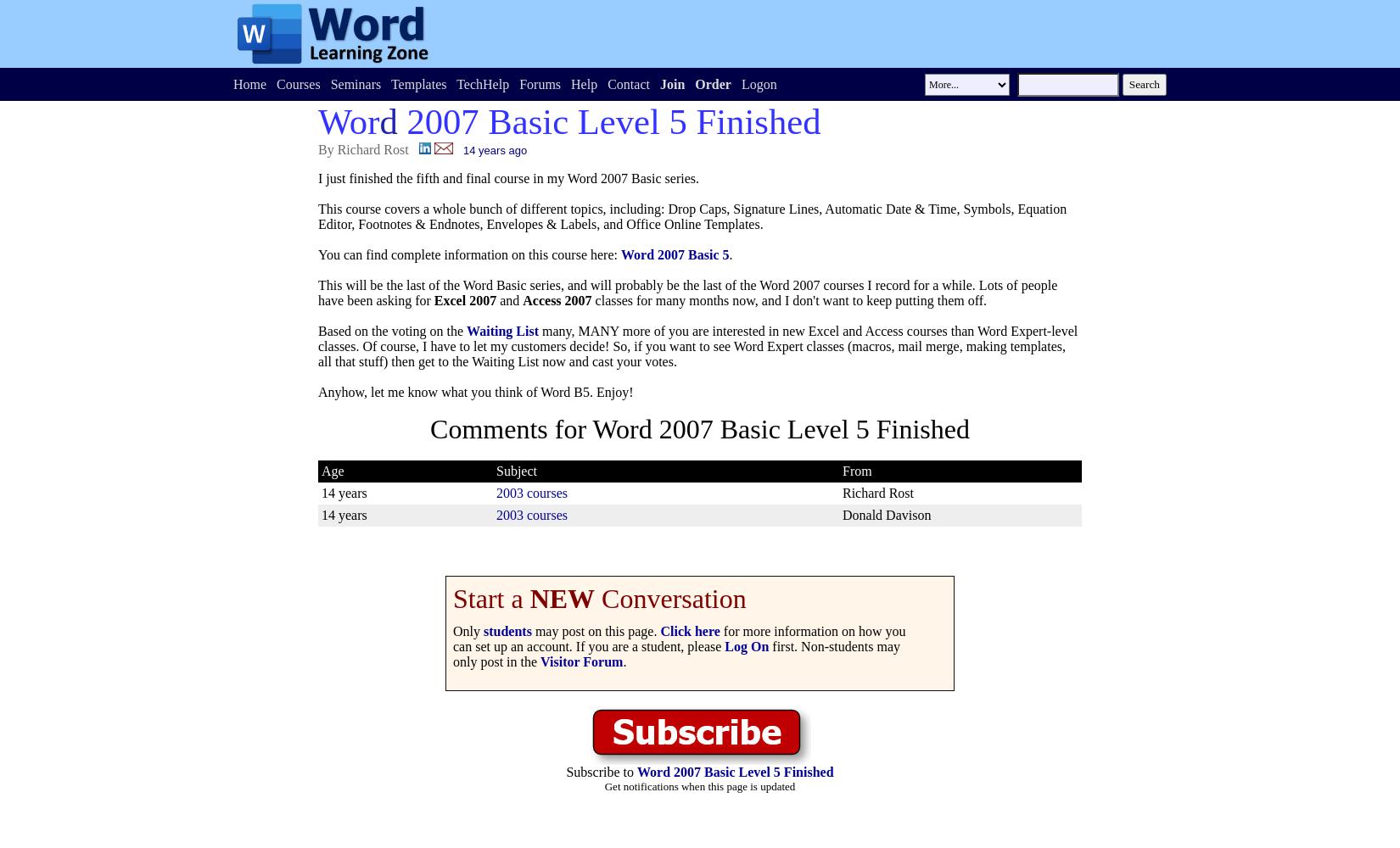 This screenshot has height=848, width=1400. I want to click on 'Courses', so click(298, 82).